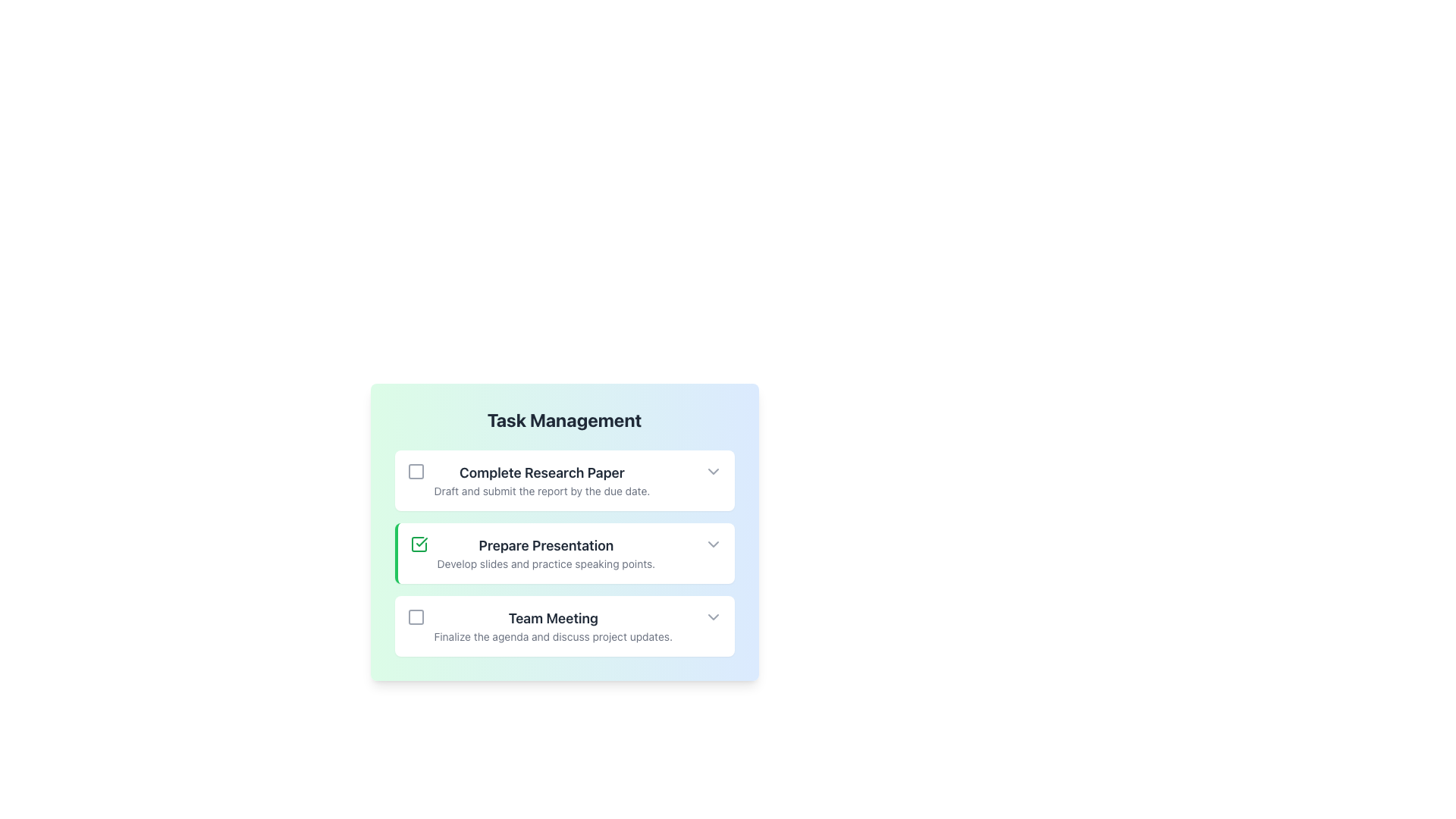  Describe the element at coordinates (563, 553) in the screenshot. I see `the green check icon in the 'Prepare Presentation' interactive list item` at that location.